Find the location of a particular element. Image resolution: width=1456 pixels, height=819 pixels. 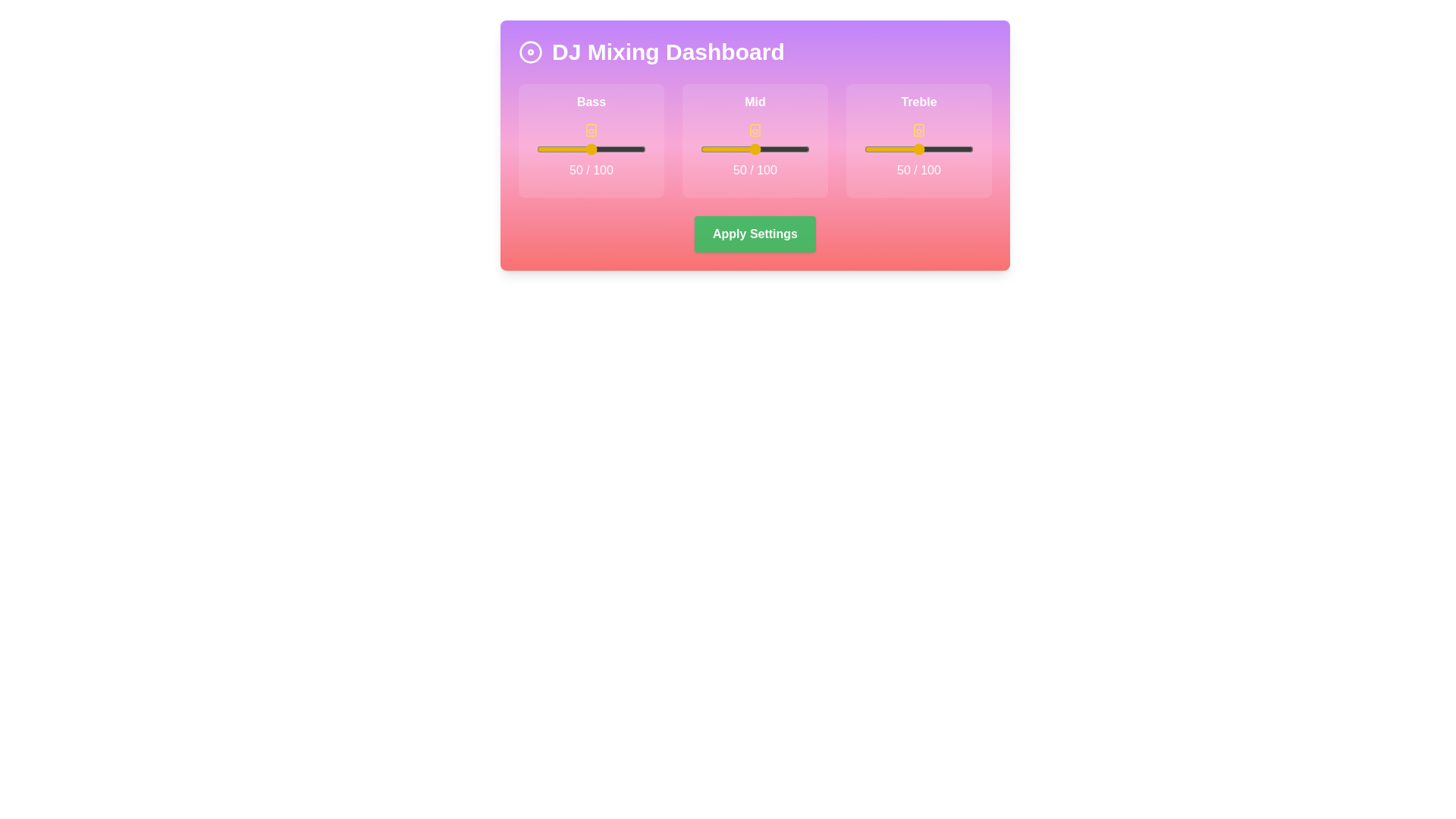

the mid slider to set its value to 45 is located at coordinates (749, 149).